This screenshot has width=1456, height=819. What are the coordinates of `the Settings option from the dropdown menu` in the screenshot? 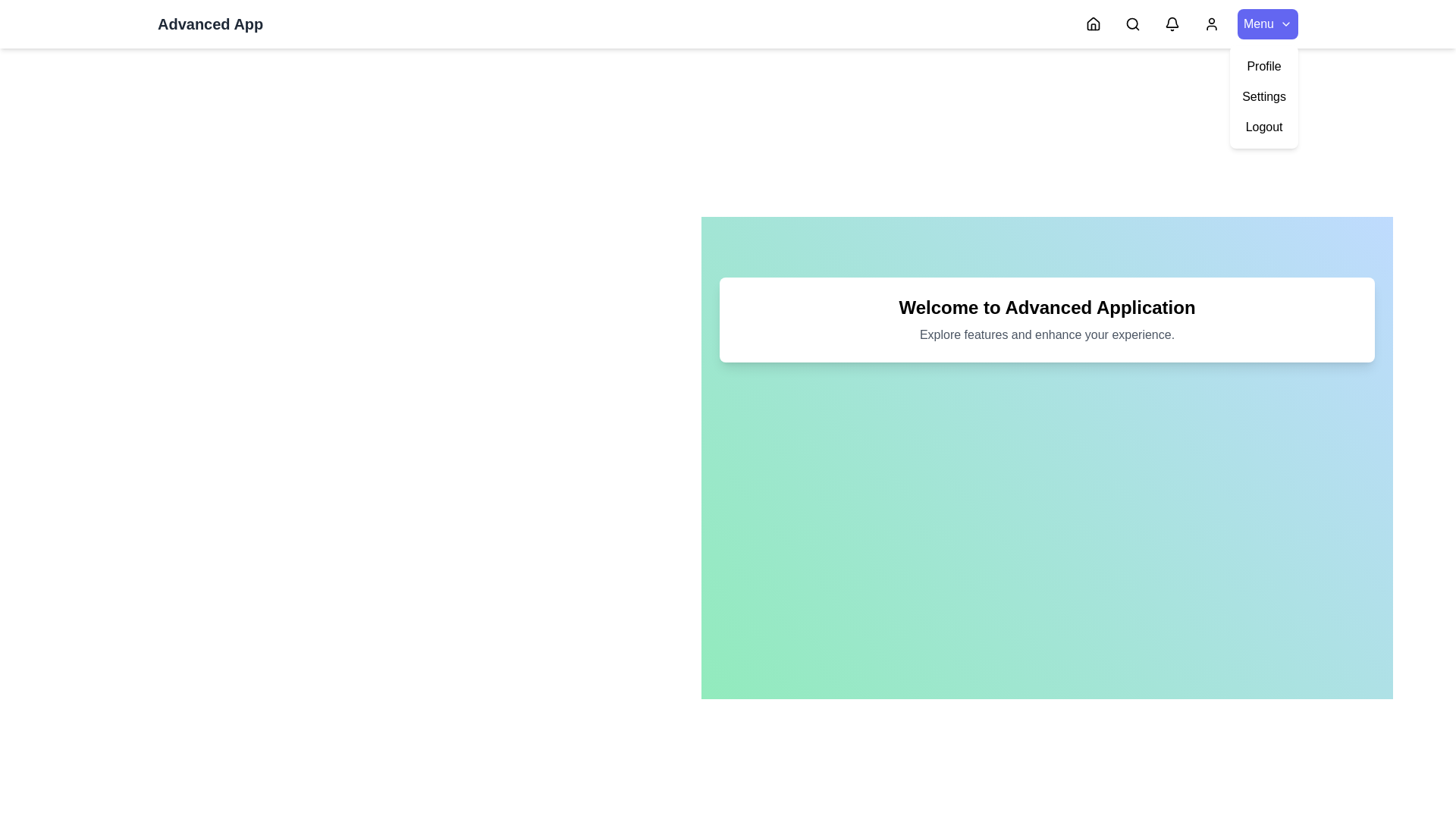 It's located at (1264, 96).